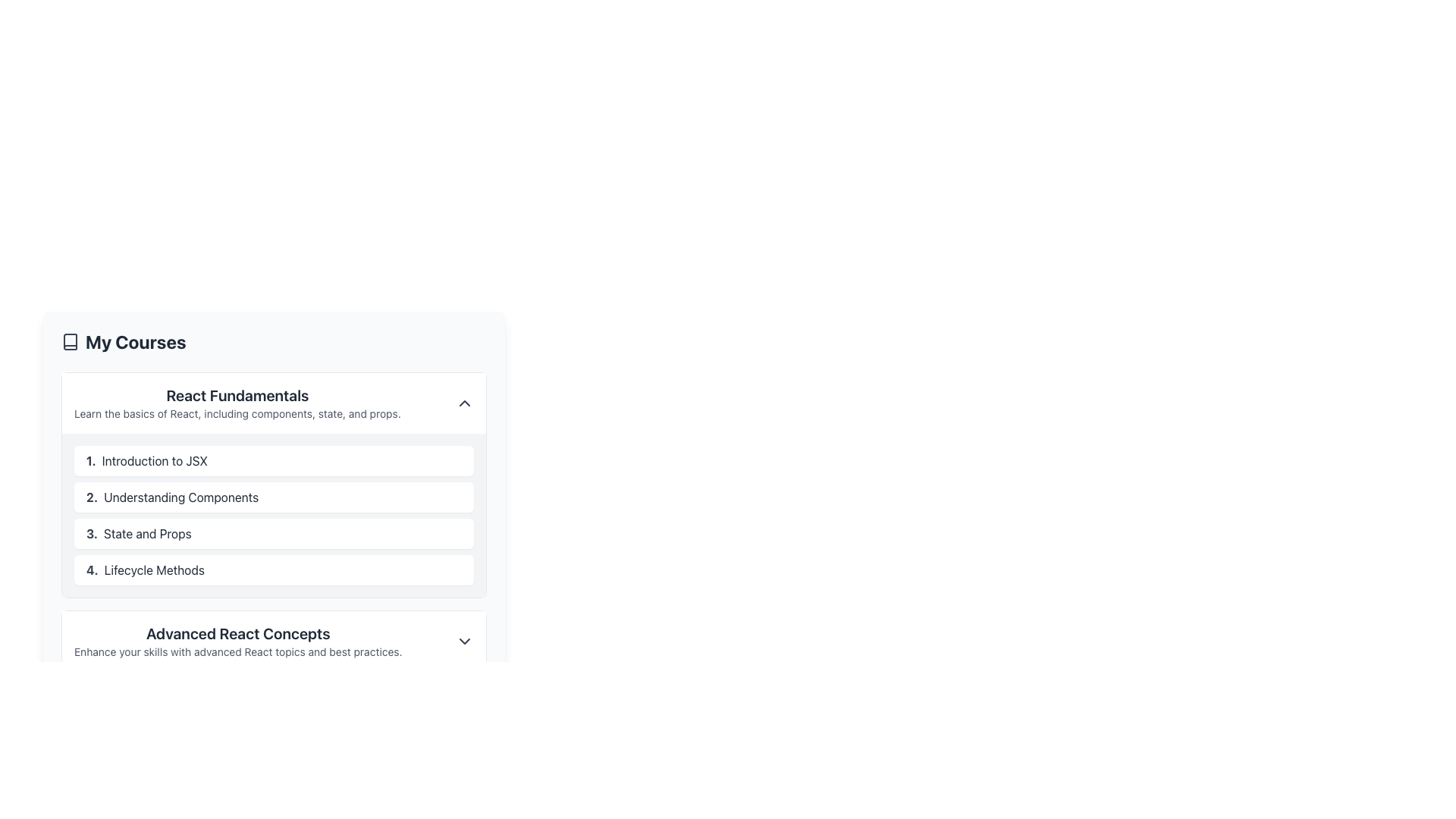  I want to click on the upward-pointing chevron icon located at the rightmost end of the 'React Fundamentals' section, so click(464, 403).